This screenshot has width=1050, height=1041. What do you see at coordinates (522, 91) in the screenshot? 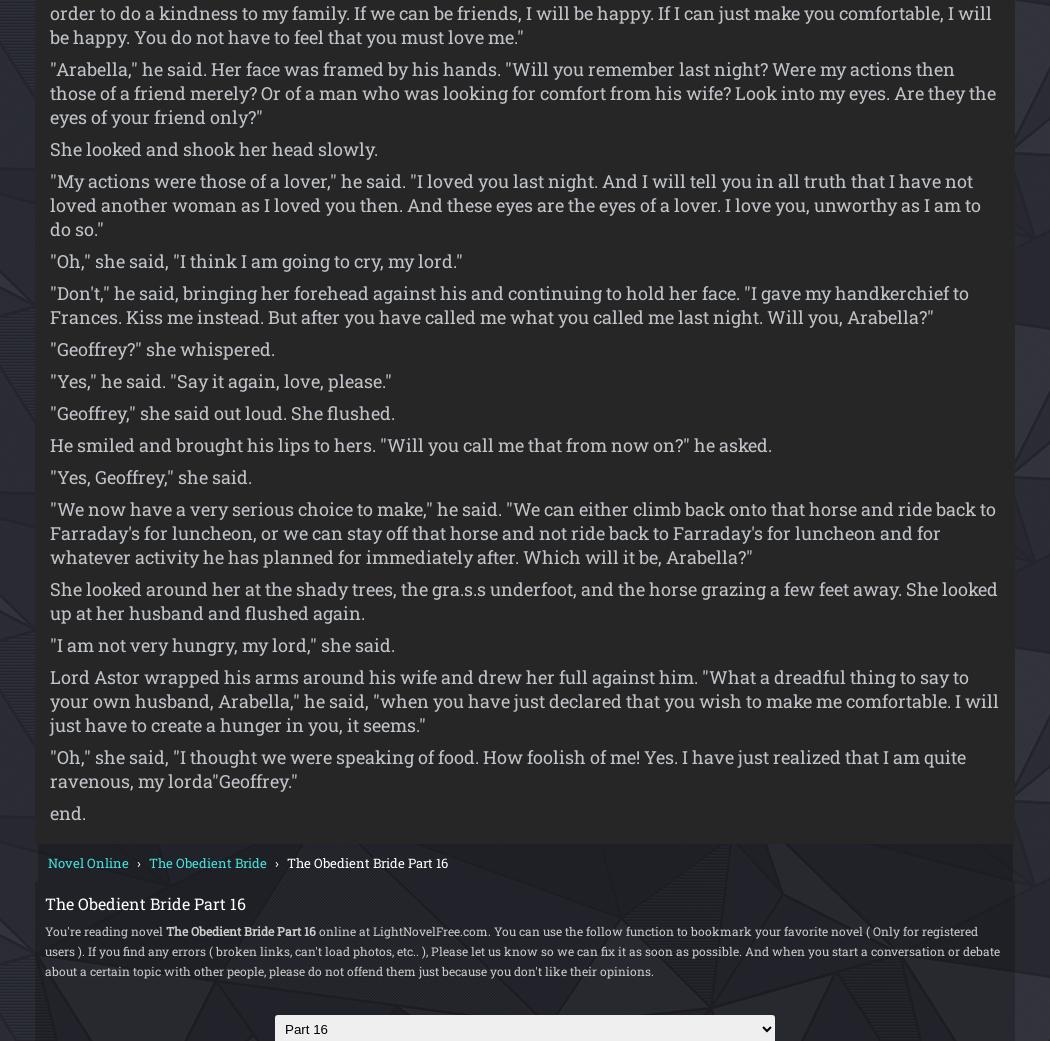
I see `'"Arabella," he said. Her face was framed by his hands. "Will you remember last night? Were my actions then those of a friend merely? Or of a man who was looking for comfort from his wife? Look into my eyes. Are they the eyes of your friend only?"'` at bounding box center [522, 91].